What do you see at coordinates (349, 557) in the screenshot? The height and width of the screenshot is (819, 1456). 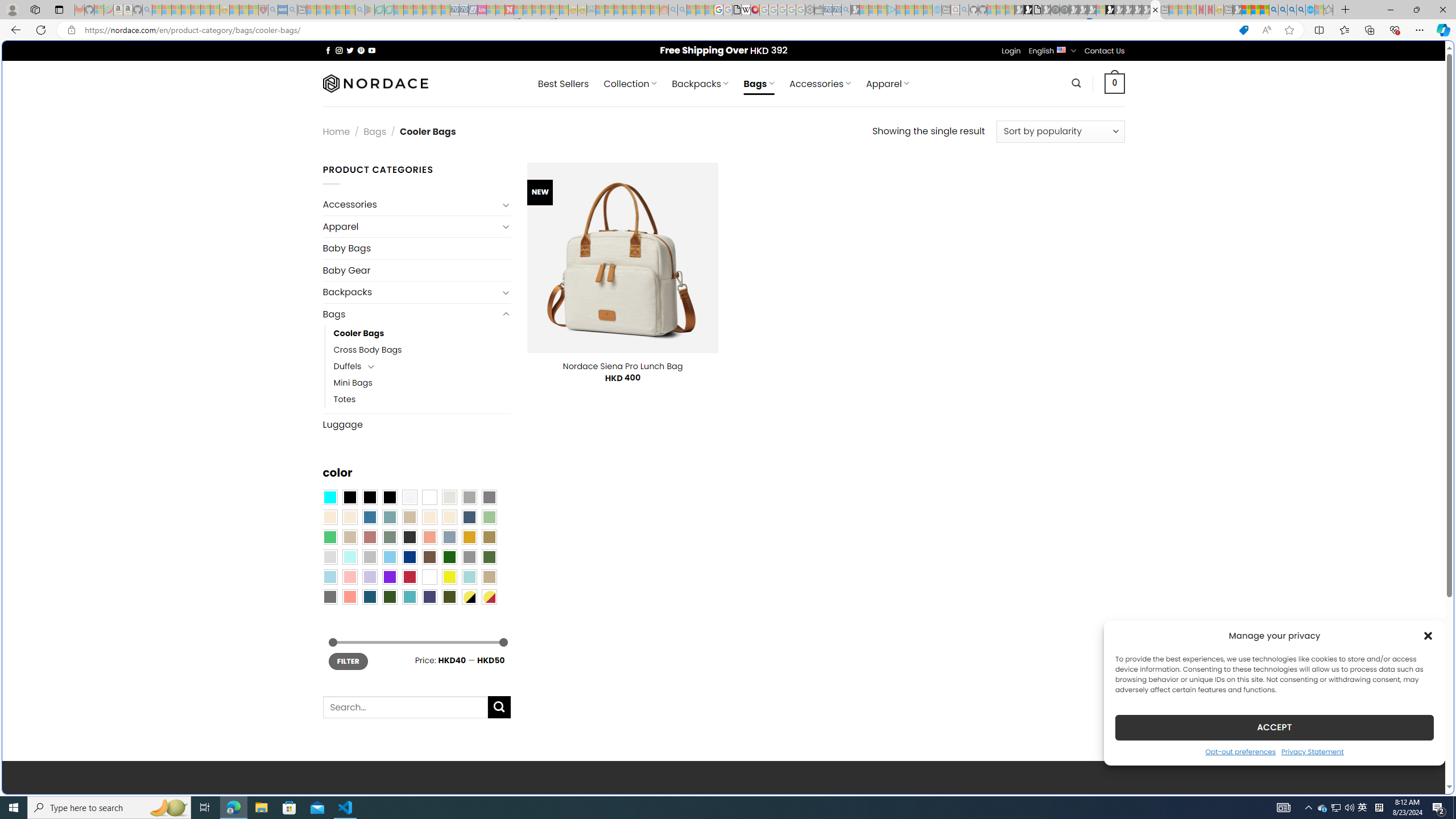 I see `'Mint'` at bounding box center [349, 557].